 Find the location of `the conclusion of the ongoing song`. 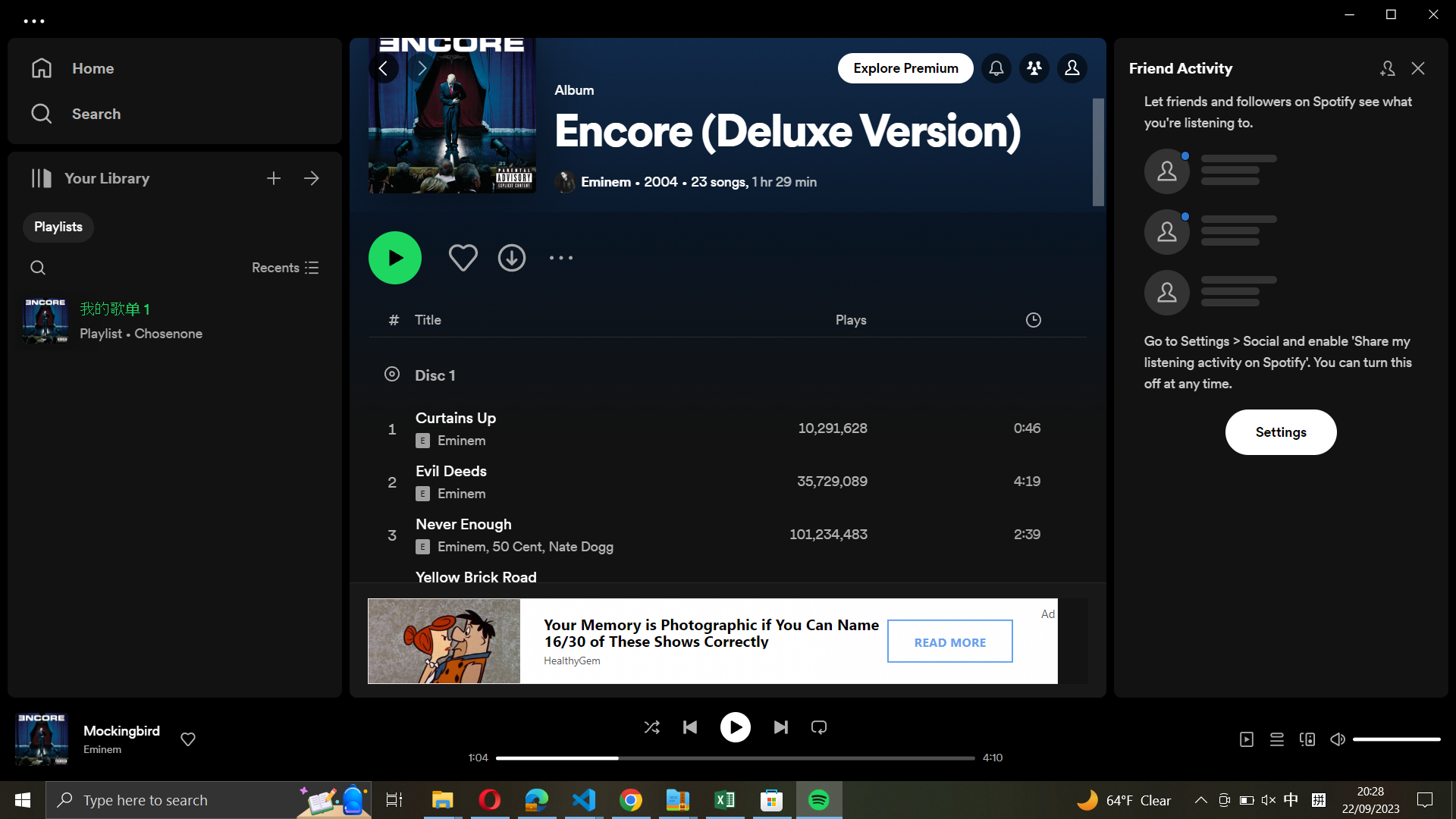

the conclusion of the ongoing song is located at coordinates (965, 760).